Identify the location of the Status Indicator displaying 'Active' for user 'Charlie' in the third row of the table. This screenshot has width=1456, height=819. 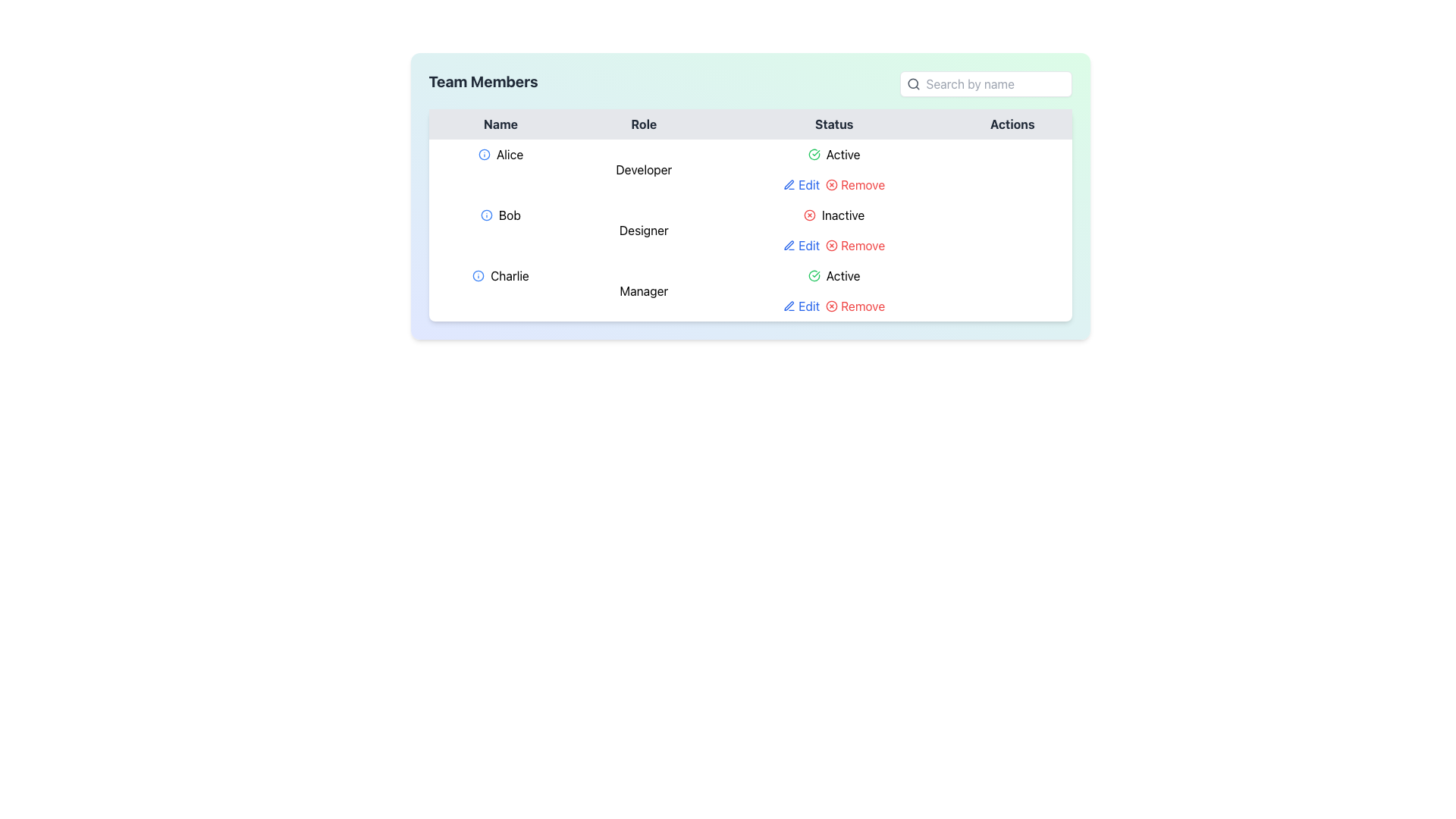
(833, 275).